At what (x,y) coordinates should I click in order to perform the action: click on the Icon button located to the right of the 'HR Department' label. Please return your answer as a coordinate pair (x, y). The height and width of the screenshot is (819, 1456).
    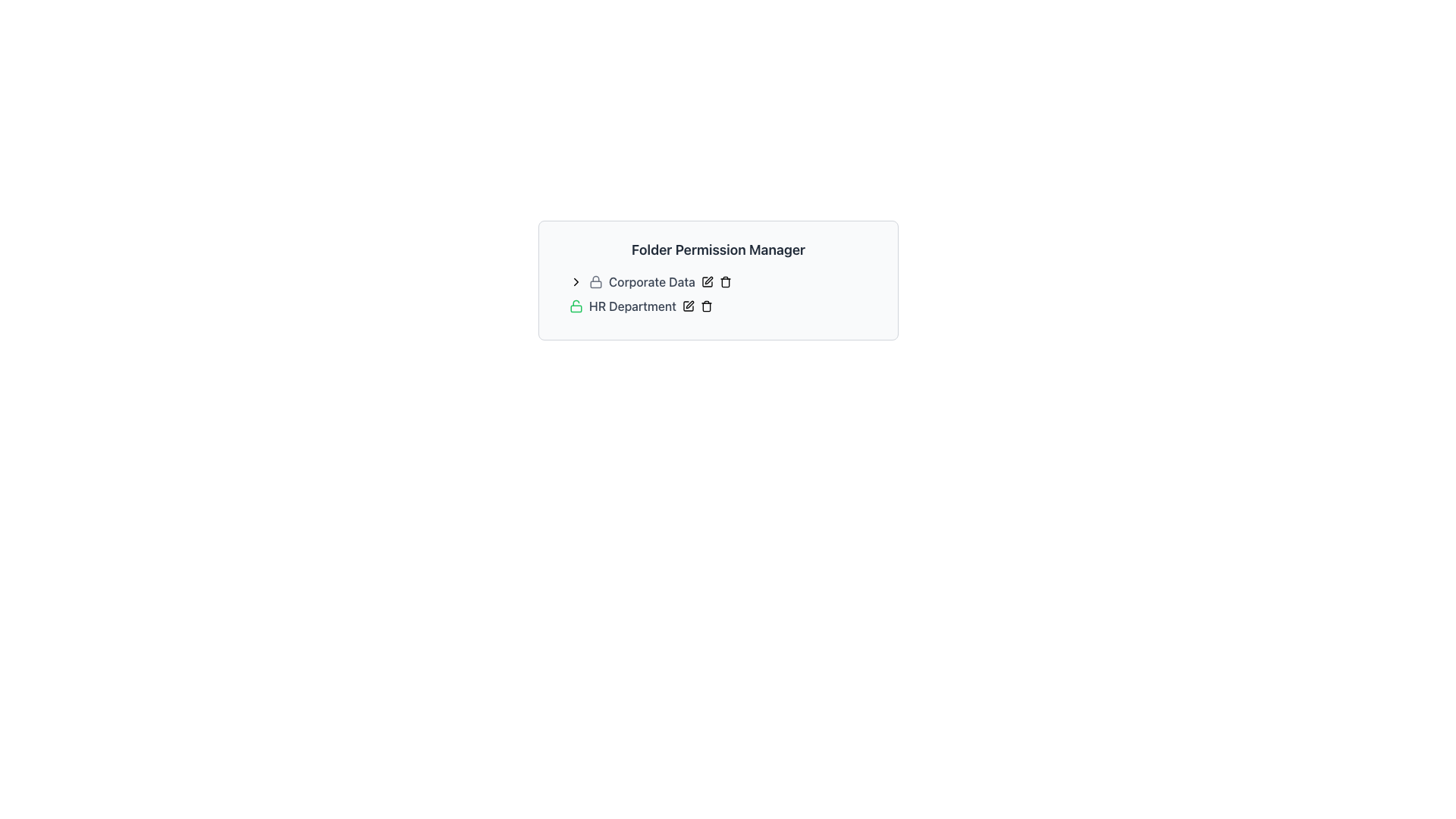
    Looking at the image, I should click on (687, 306).